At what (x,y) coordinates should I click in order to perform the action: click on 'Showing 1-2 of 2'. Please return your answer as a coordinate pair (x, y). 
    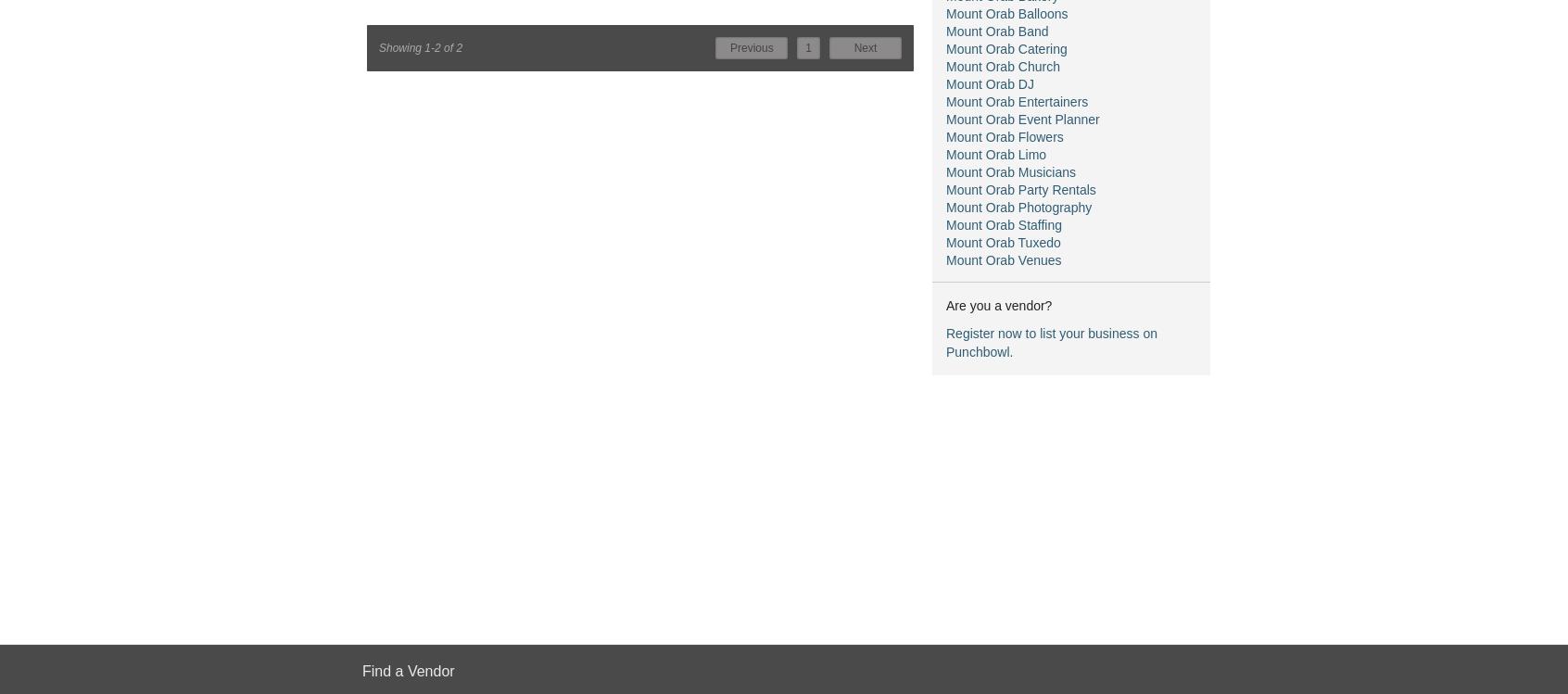
    Looking at the image, I should click on (419, 47).